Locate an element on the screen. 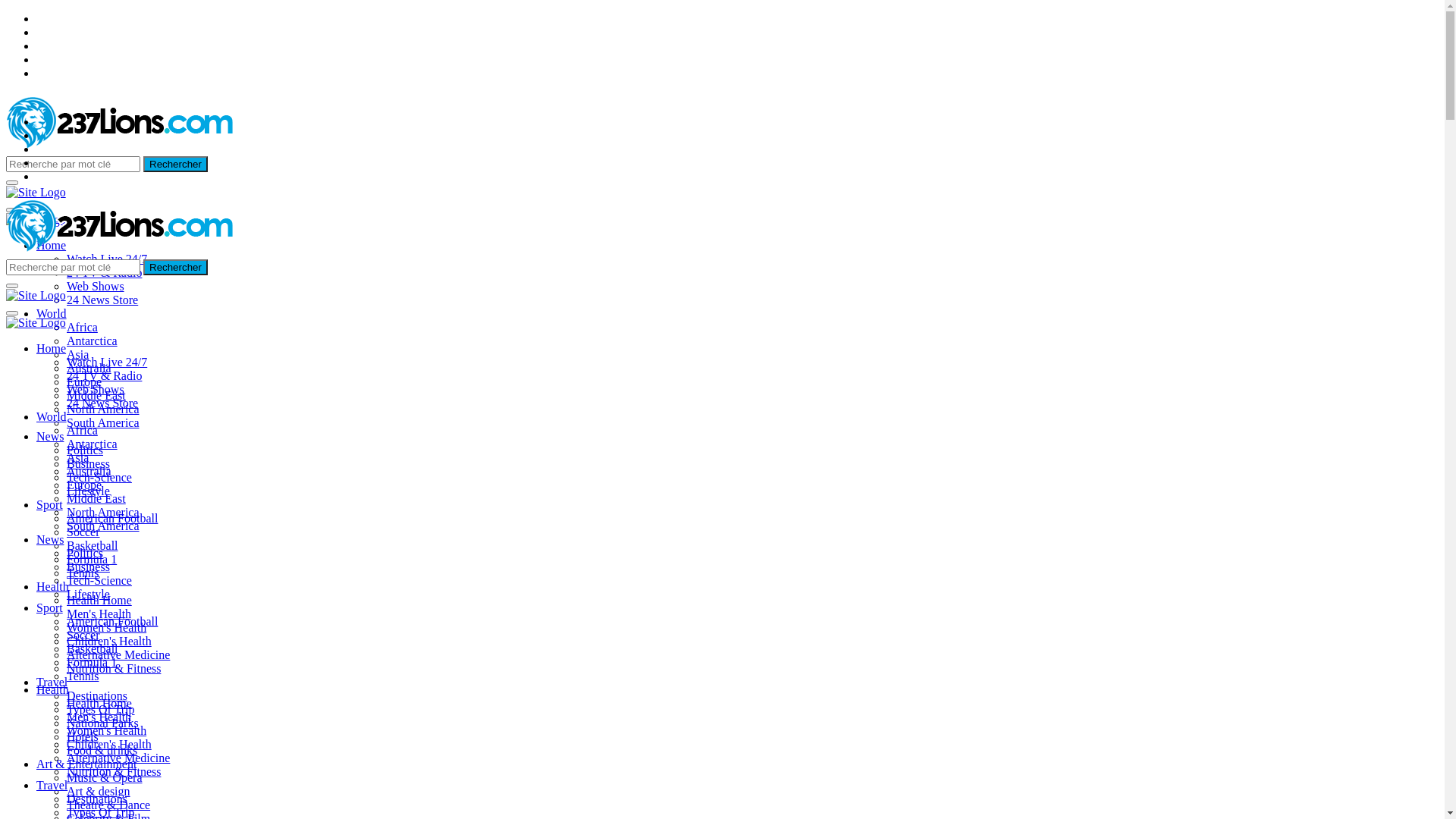 Image resolution: width=1456 pixels, height=819 pixels. 'Tech-Science' is located at coordinates (65, 580).